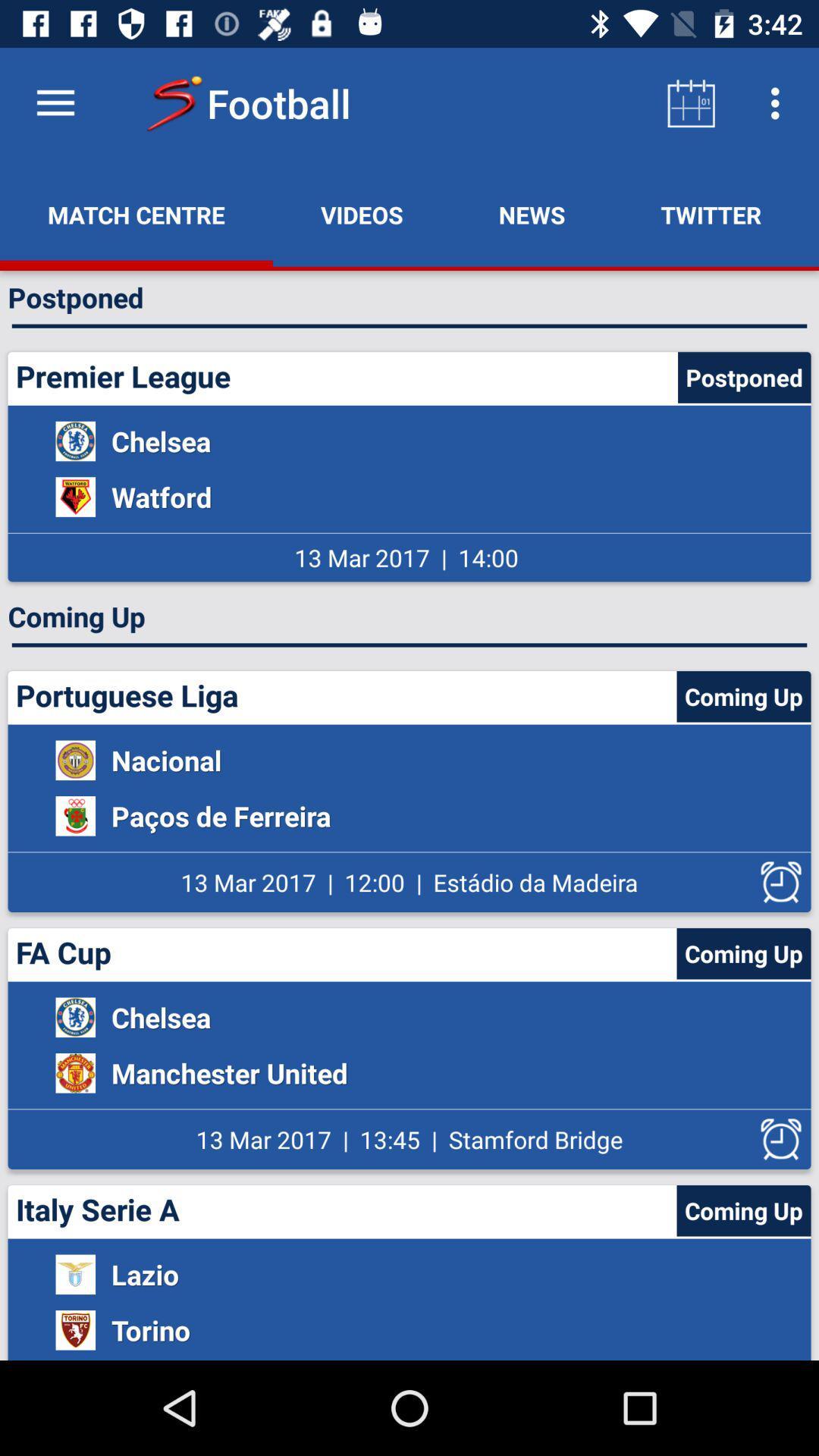 This screenshot has height=1456, width=819. What do you see at coordinates (781, 882) in the screenshot?
I see `set alarm` at bounding box center [781, 882].